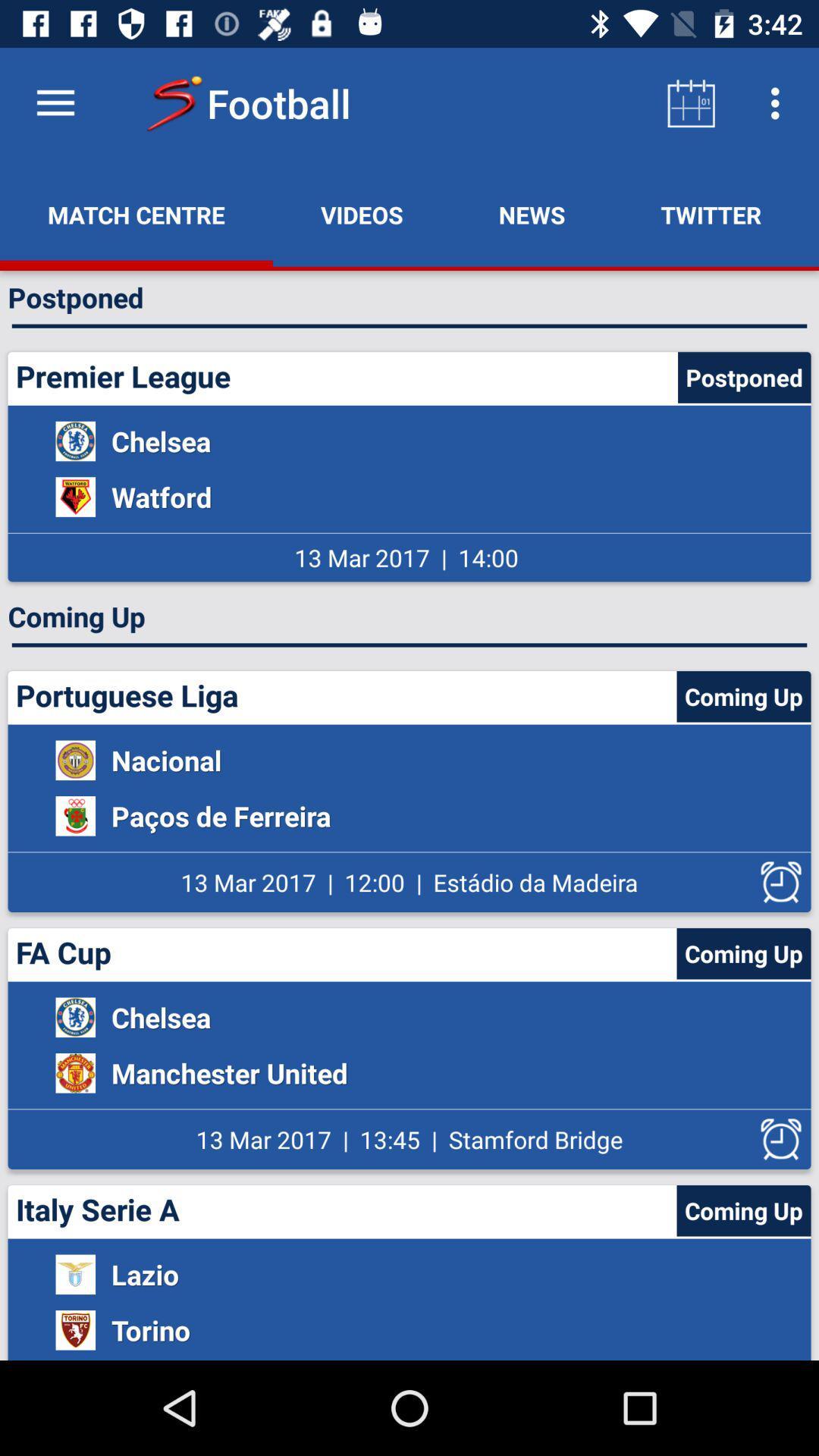 This screenshot has height=1456, width=819. What do you see at coordinates (781, 882) in the screenshot?
I see `set alarm` at bounding box center [781, 882].